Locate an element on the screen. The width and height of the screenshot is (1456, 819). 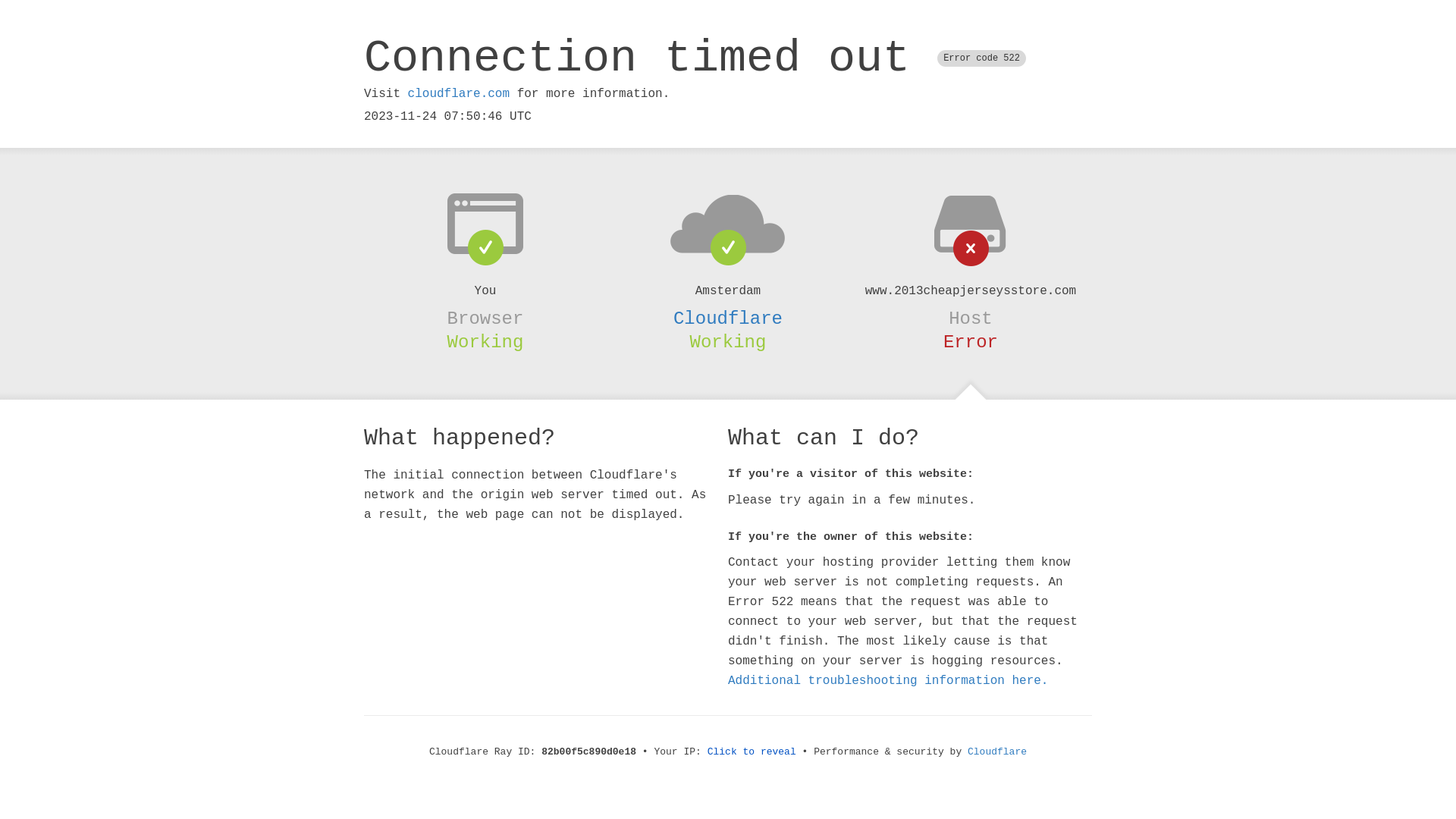
'cloudflare.com' is located at coordinates (407, 93).